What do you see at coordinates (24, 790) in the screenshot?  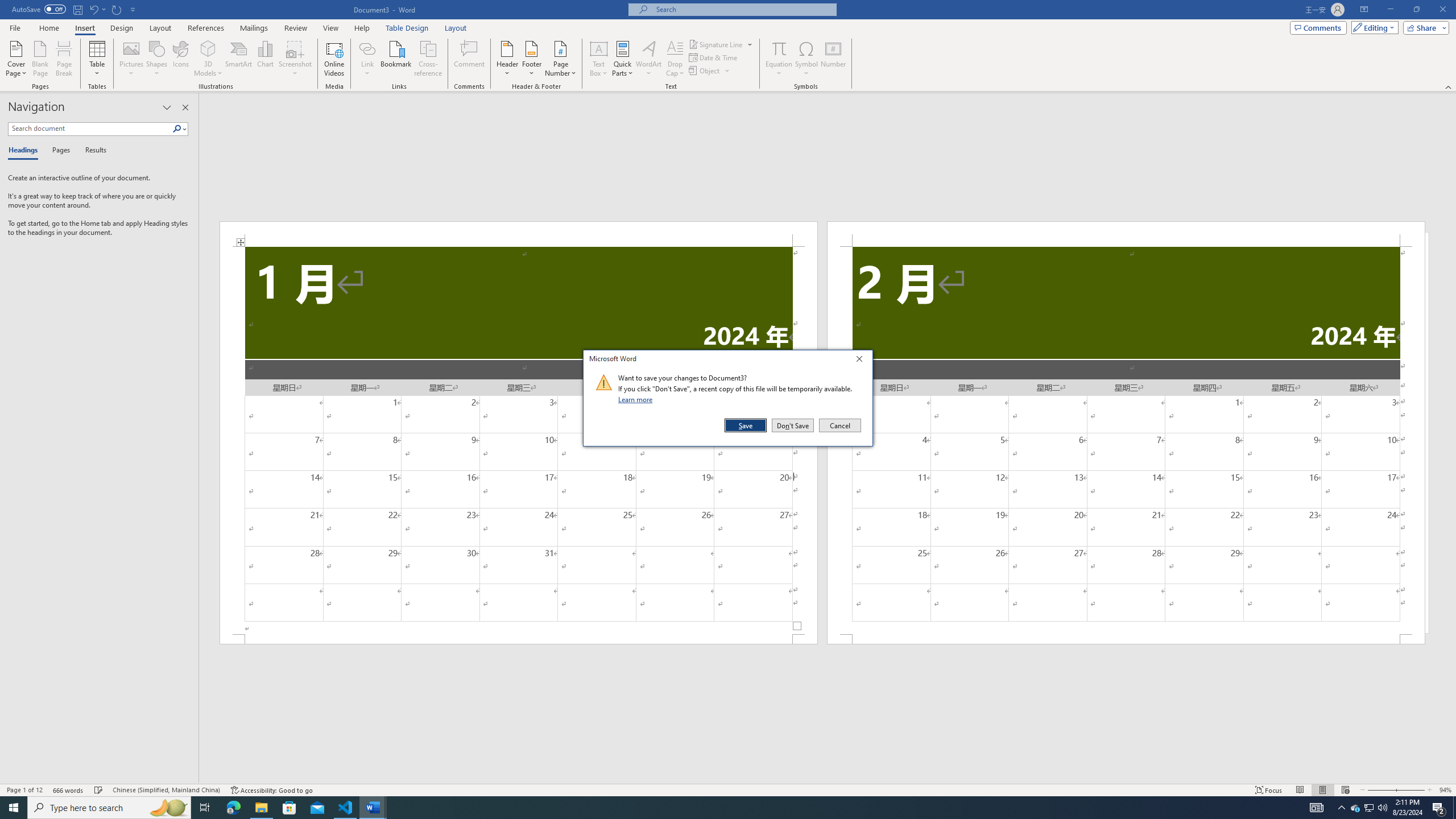 I see `'Spelling and Grammar Check Checking'` at bounding box center [24, 790].